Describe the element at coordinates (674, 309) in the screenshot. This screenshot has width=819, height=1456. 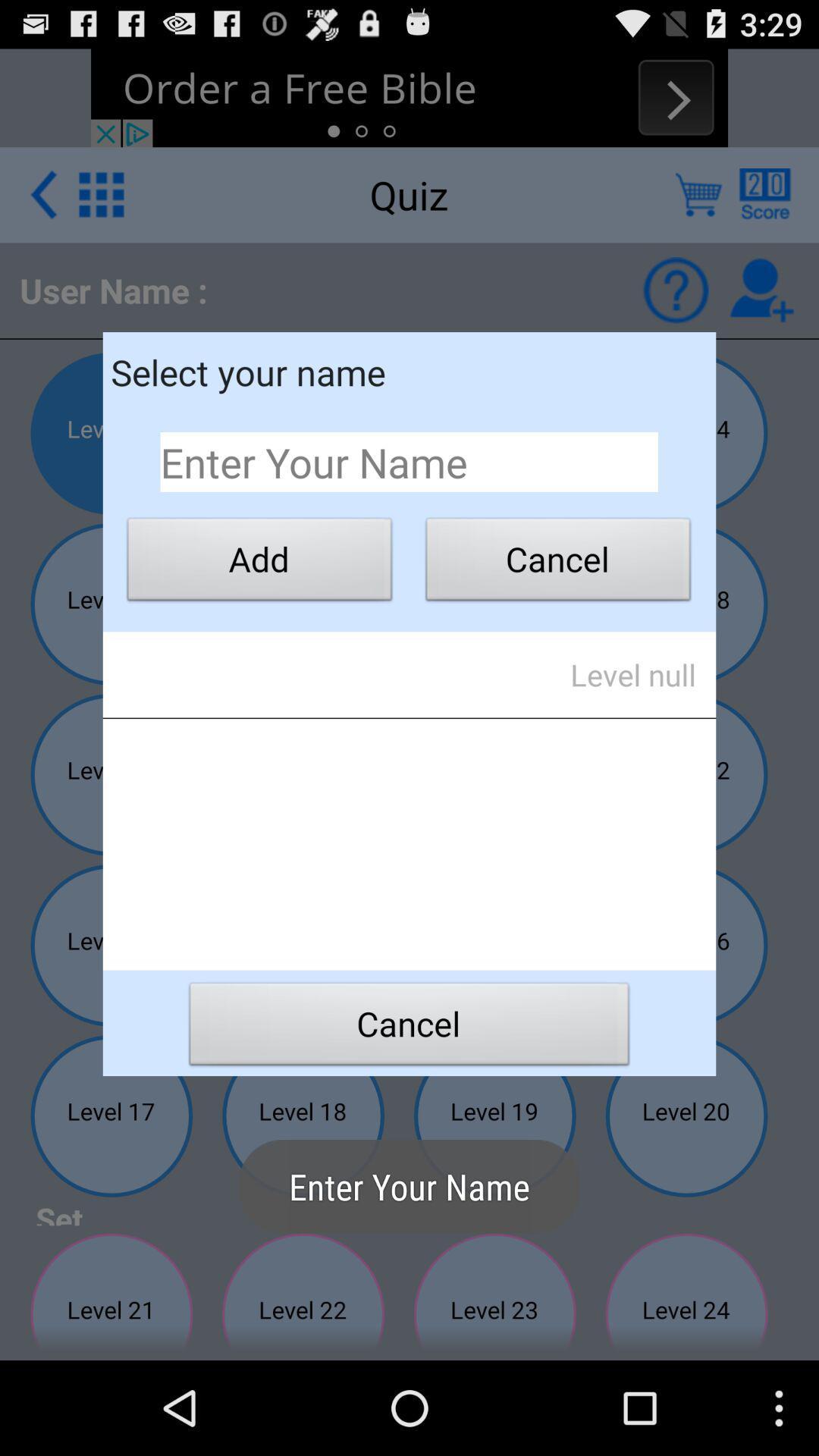
I see `the help icon` at that location.